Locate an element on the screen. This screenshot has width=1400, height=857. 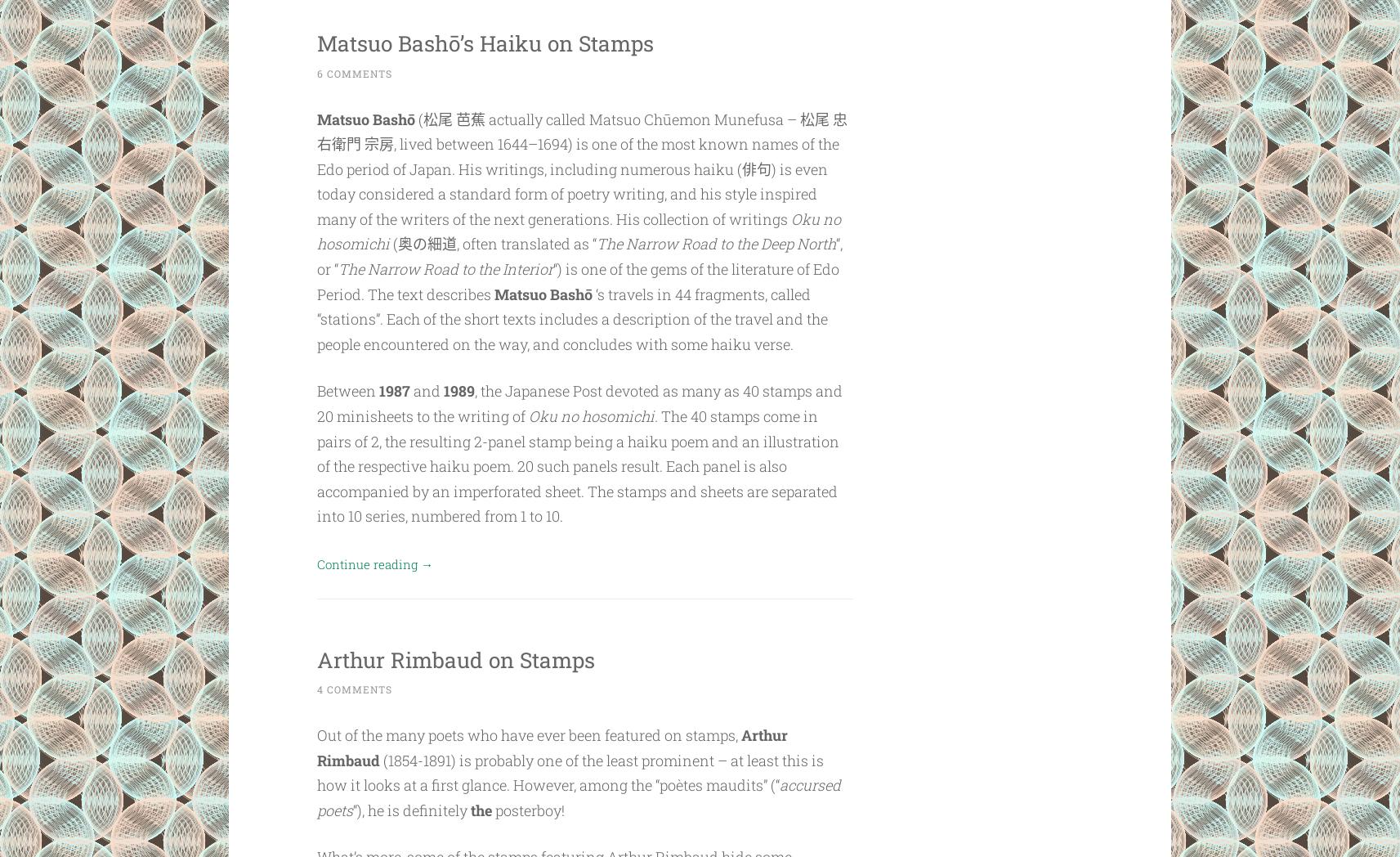
'posterboy!' is located at coordinates (491, 809).